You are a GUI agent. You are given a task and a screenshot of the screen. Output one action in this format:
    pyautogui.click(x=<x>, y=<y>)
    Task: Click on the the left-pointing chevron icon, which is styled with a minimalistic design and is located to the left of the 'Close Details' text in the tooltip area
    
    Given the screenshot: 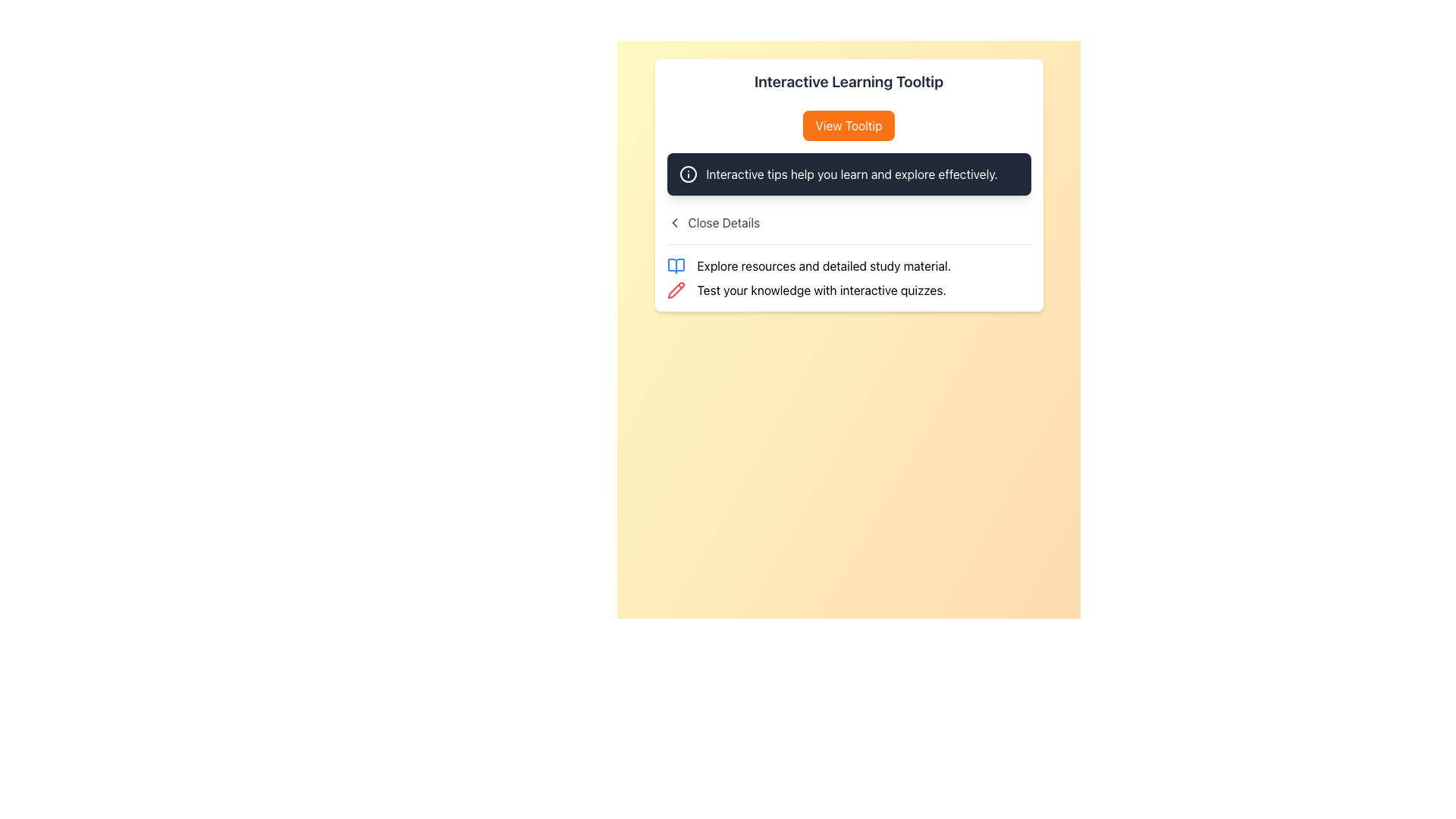 What is the action you would take?
    pyautogui.click(x=673, y=222)
    